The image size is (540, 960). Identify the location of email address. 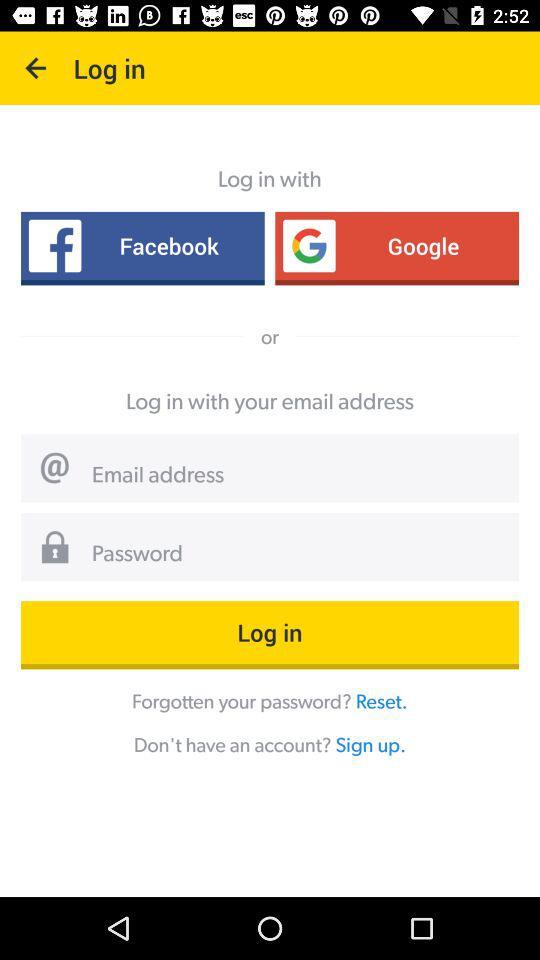
(297, 475).